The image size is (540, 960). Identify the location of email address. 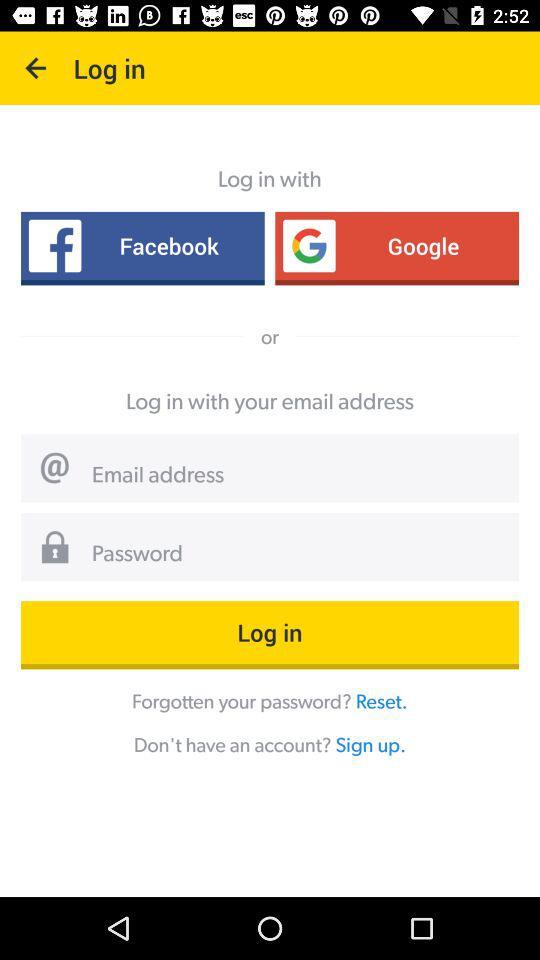
(297, 475).